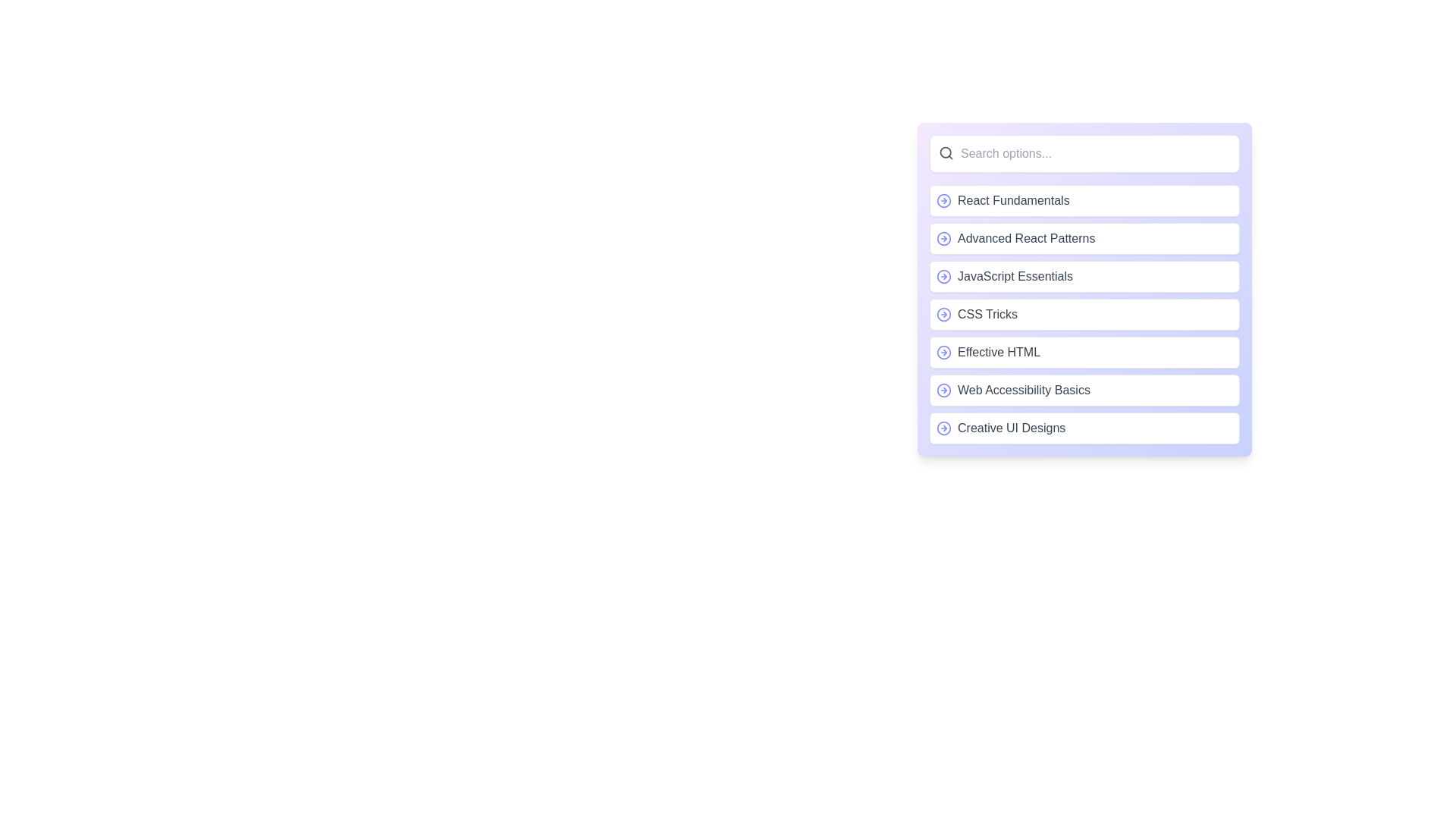 This screenshot has height=819, width=1456. What do you see at coordinates (943, 314) in the screenshot?
I see `the central circular icon within the SVG located to the left of the 'CSS Tricks' list item in the selectable list on the right panel` at bounding box center [943, 314].